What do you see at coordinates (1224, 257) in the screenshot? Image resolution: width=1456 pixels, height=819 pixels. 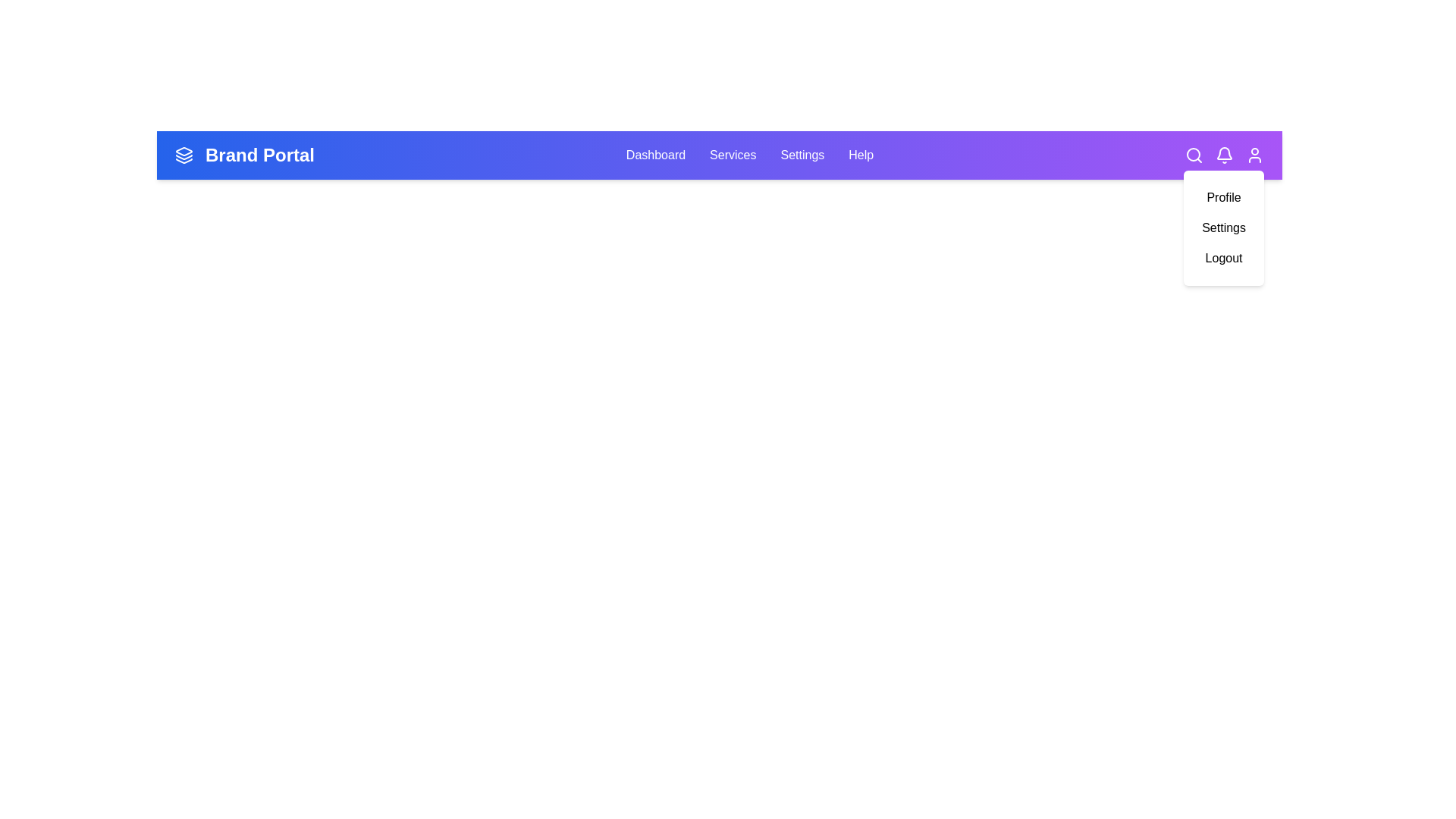 I see `the 'Logout' button in the dropdown menu` at bounding box center [1224, 257].